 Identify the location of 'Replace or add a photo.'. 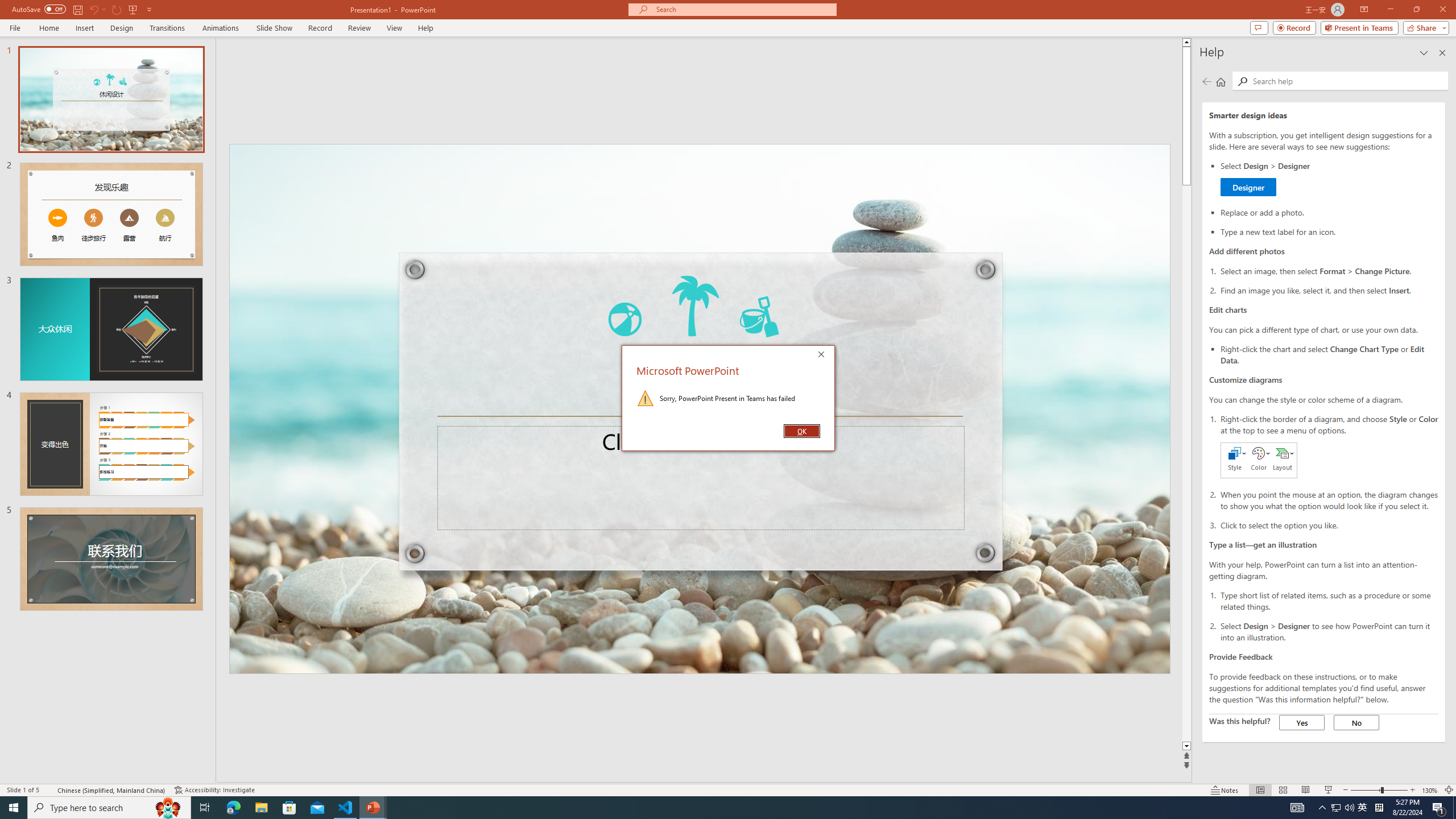
(1329, 211).